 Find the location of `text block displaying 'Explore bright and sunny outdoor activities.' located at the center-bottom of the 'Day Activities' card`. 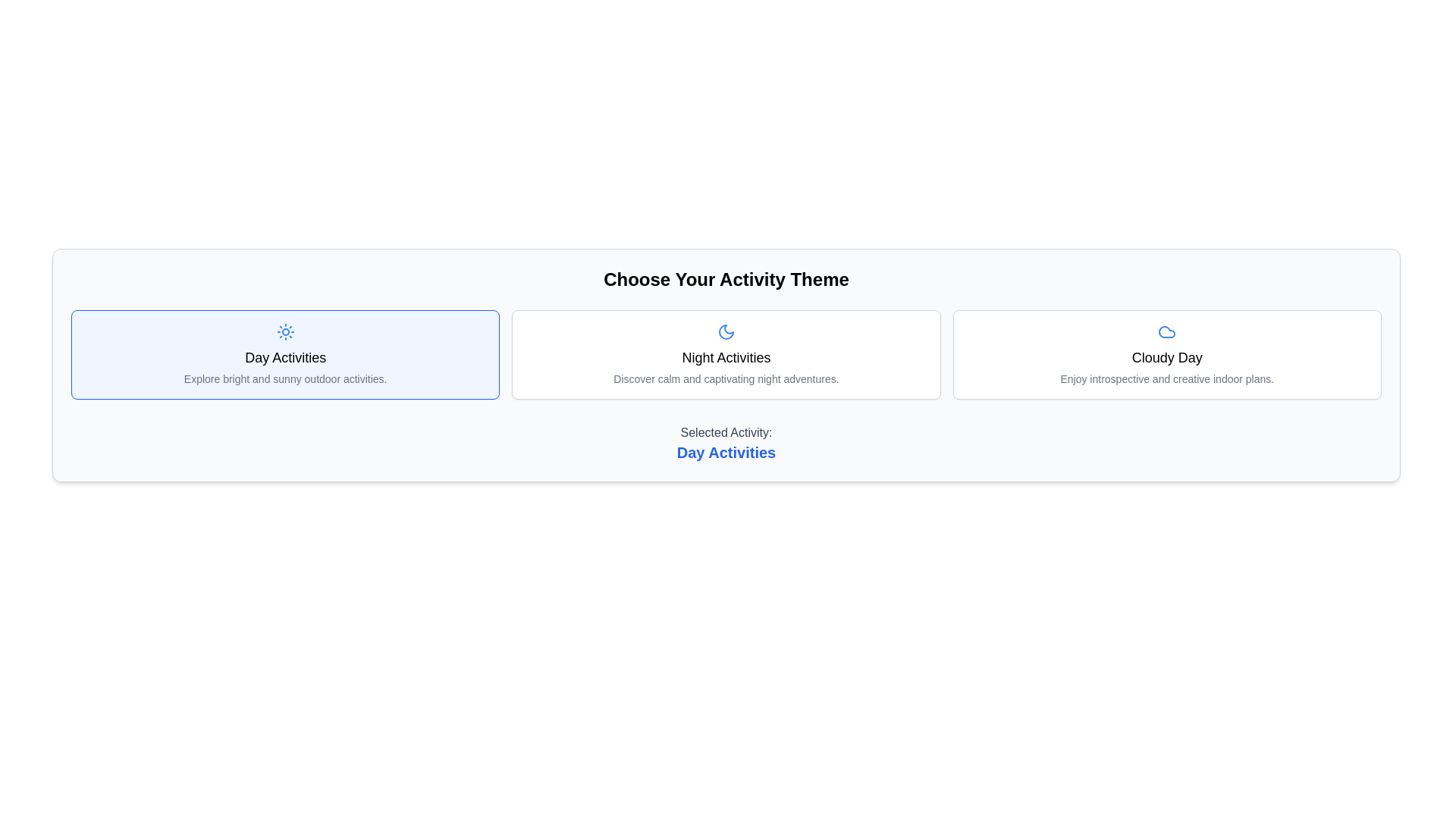

text block displaying 'Explore bright and sunny outdoor activities.' located at the center-bottom of the 'Day Activities' card is located at coordinates (285, 378).